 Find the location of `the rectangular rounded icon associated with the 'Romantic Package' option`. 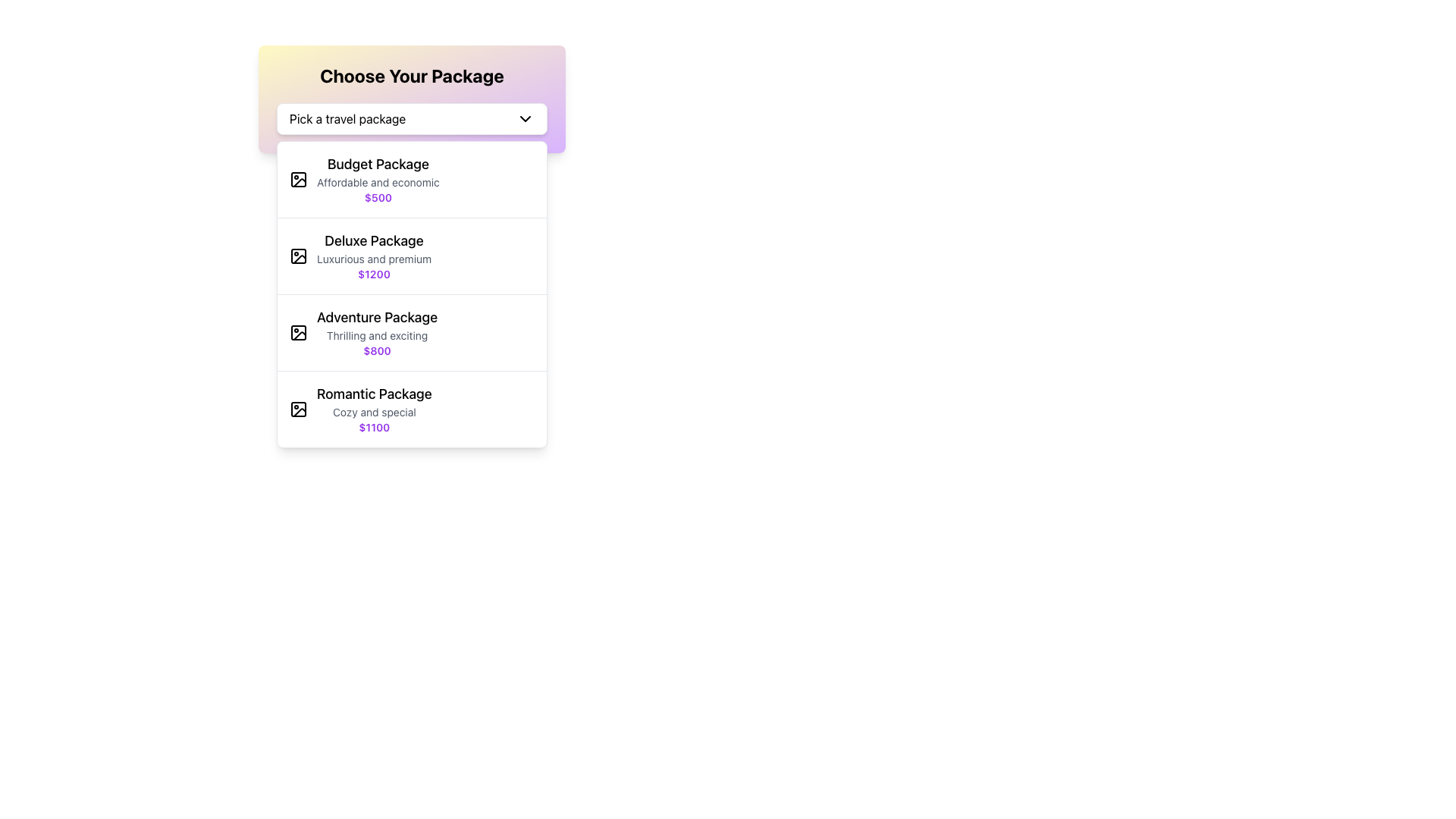

the rectangular rounded icon associated with the 'Romantic Package' option is located at coordinates (298, 409).